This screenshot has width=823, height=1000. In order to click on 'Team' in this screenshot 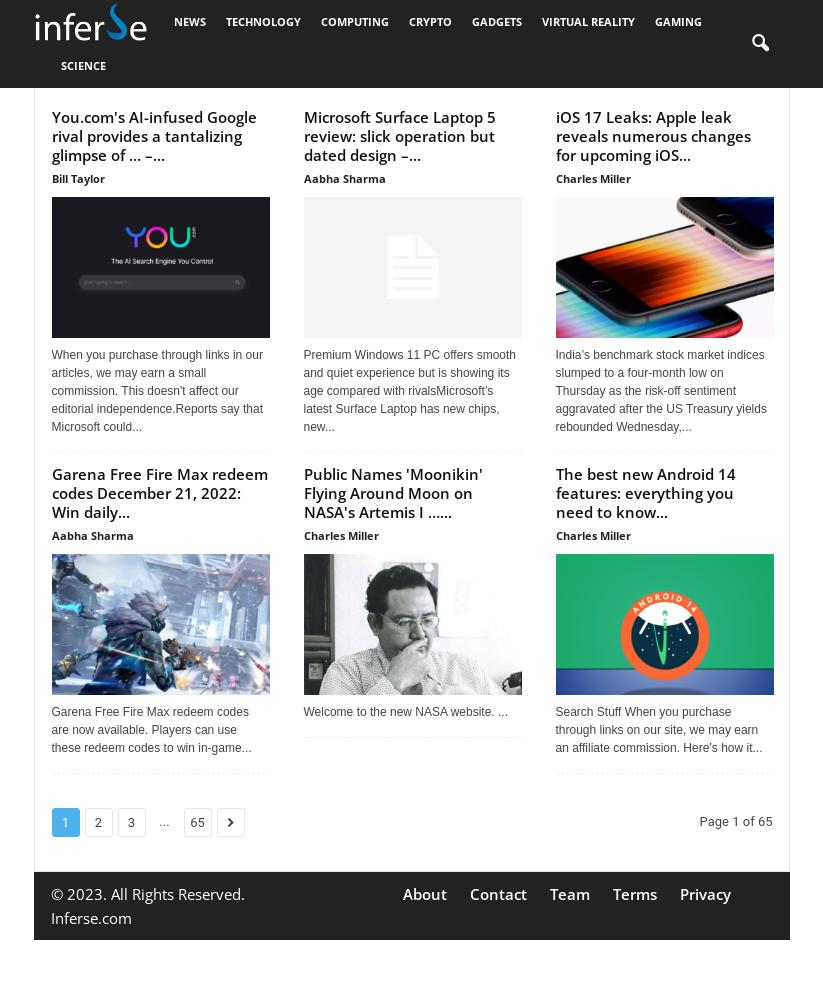, I will do `click(569, 894)`.